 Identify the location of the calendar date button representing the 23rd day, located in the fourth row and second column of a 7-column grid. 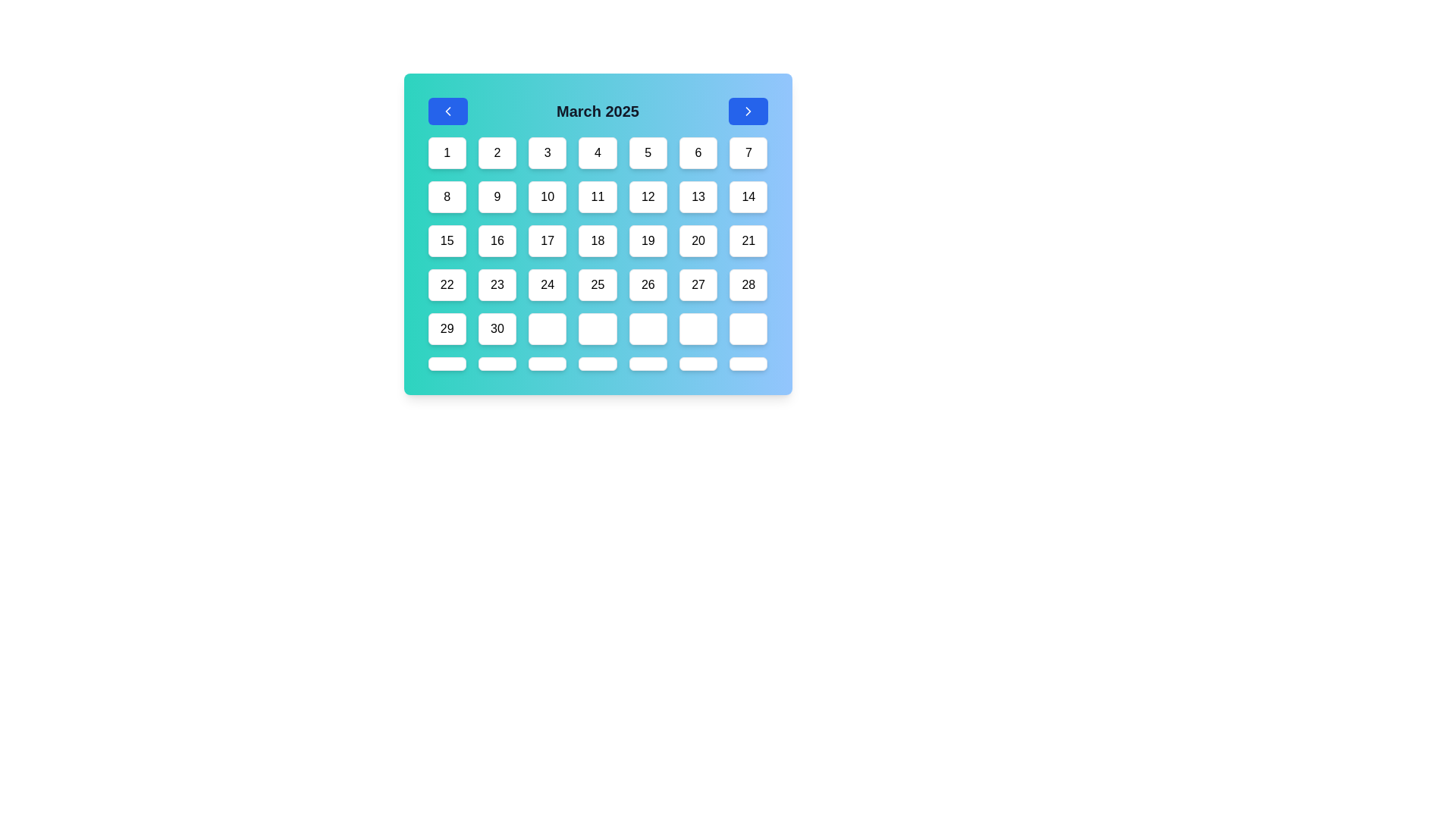
(497, 284).